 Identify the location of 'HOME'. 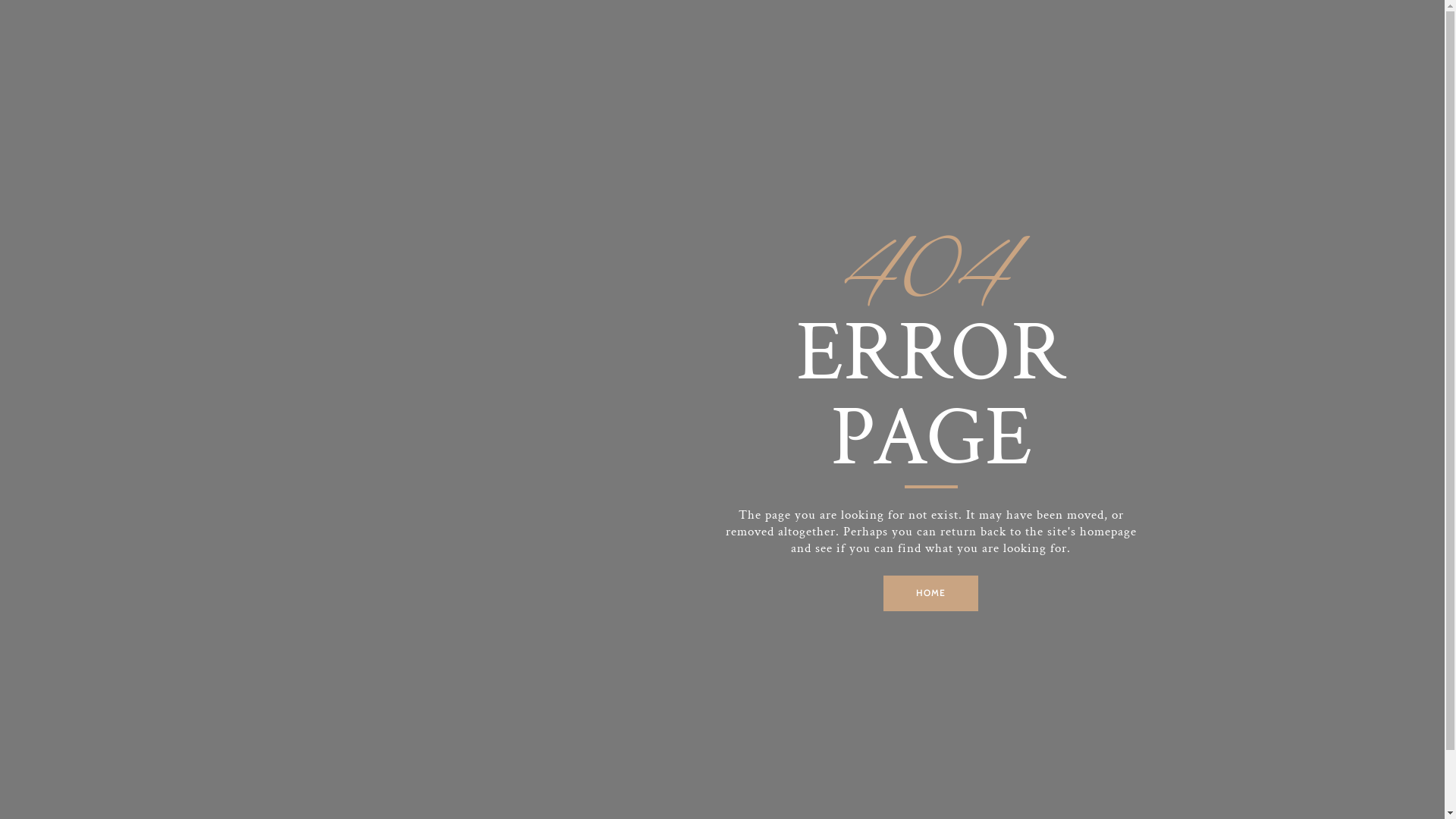
(930, 592).